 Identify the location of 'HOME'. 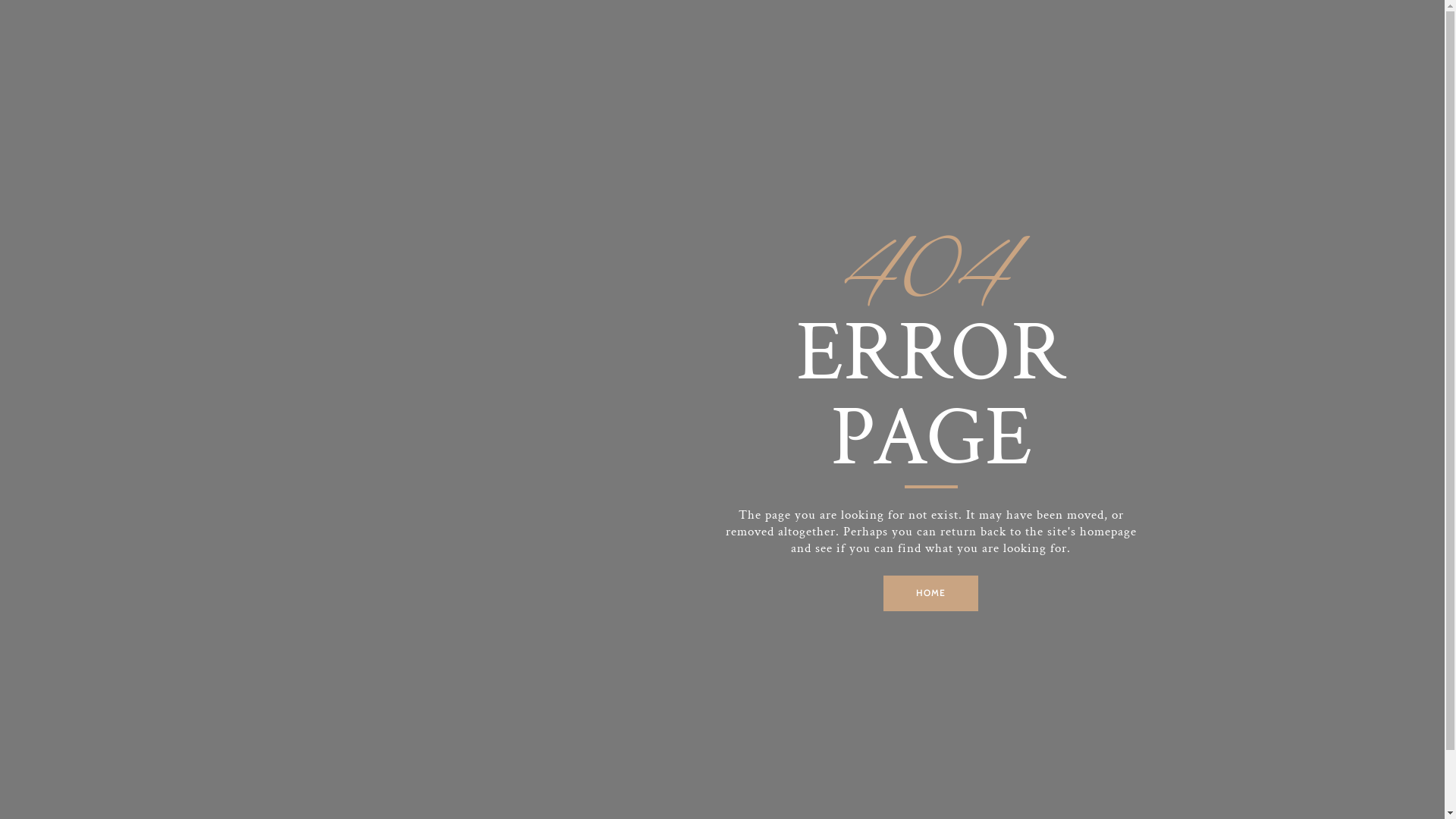
(930, 592).